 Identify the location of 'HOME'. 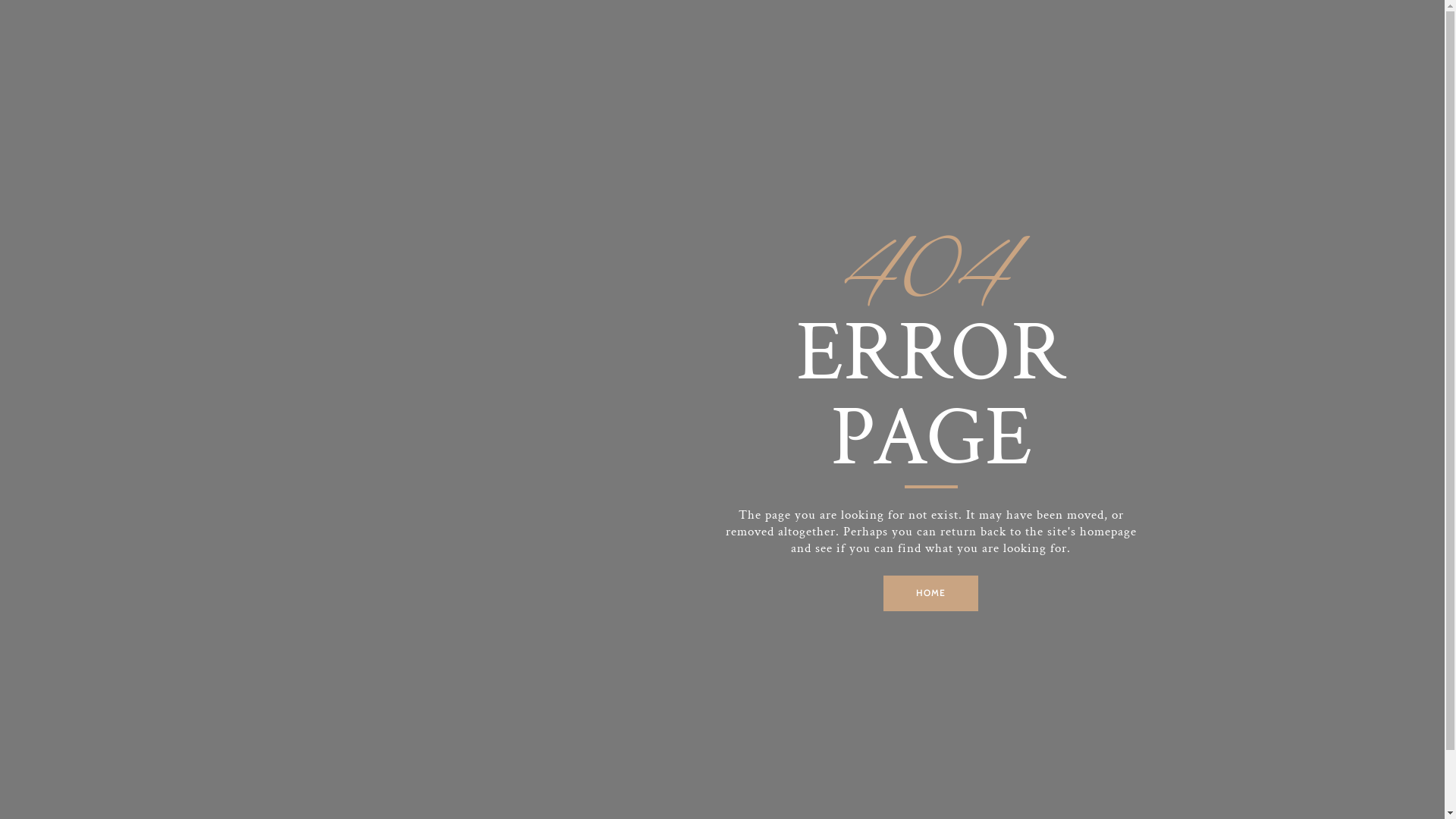
(930, 592).